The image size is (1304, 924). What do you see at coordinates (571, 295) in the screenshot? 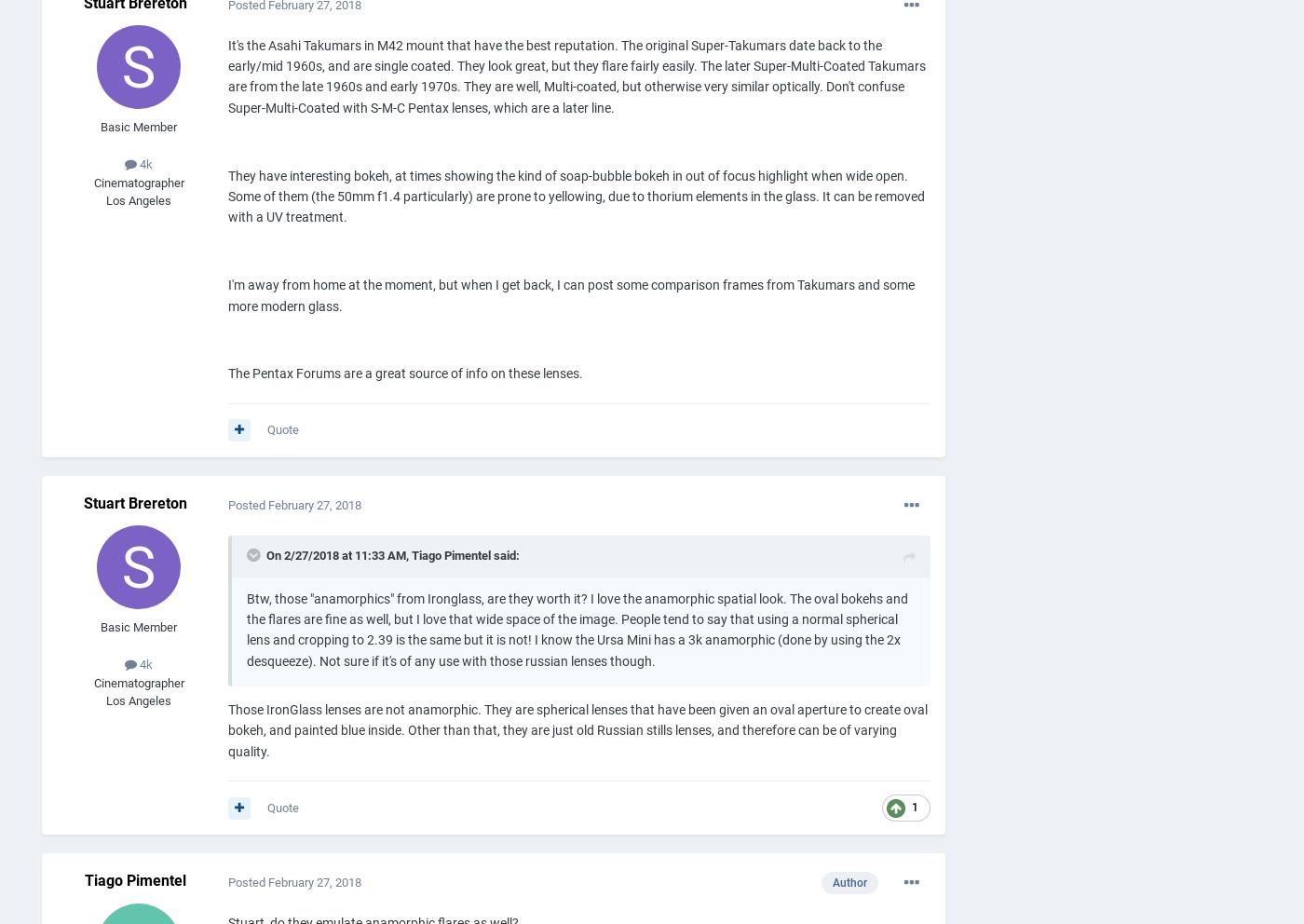
I see `'I'm away from home at the moment, but when I get back, I can post some comparison frames from Takumars and some more modern glass.'` at bounding box center [571, 295].